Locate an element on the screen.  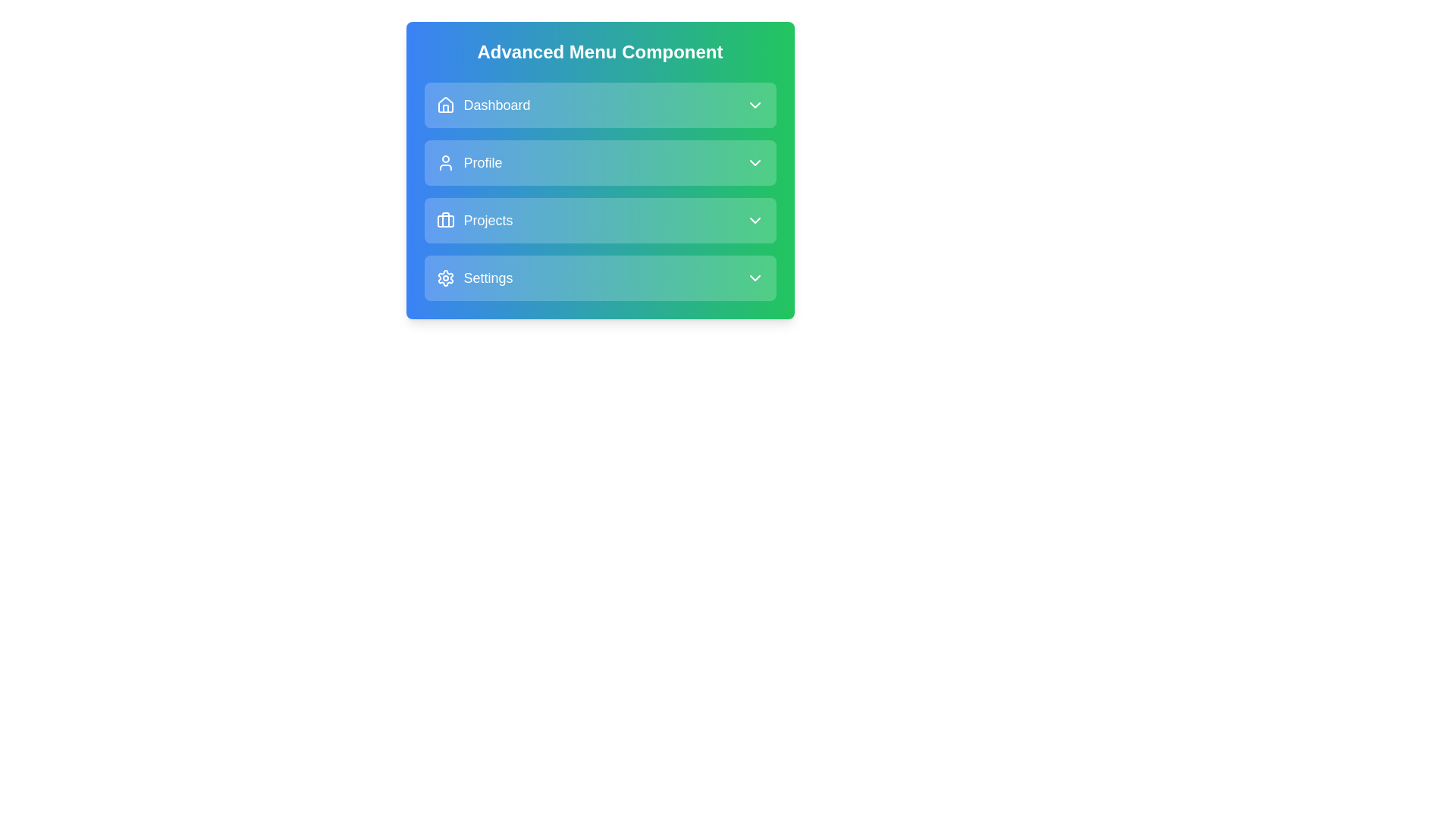
the 'Projects' text label is located at coordinates (473, 220).